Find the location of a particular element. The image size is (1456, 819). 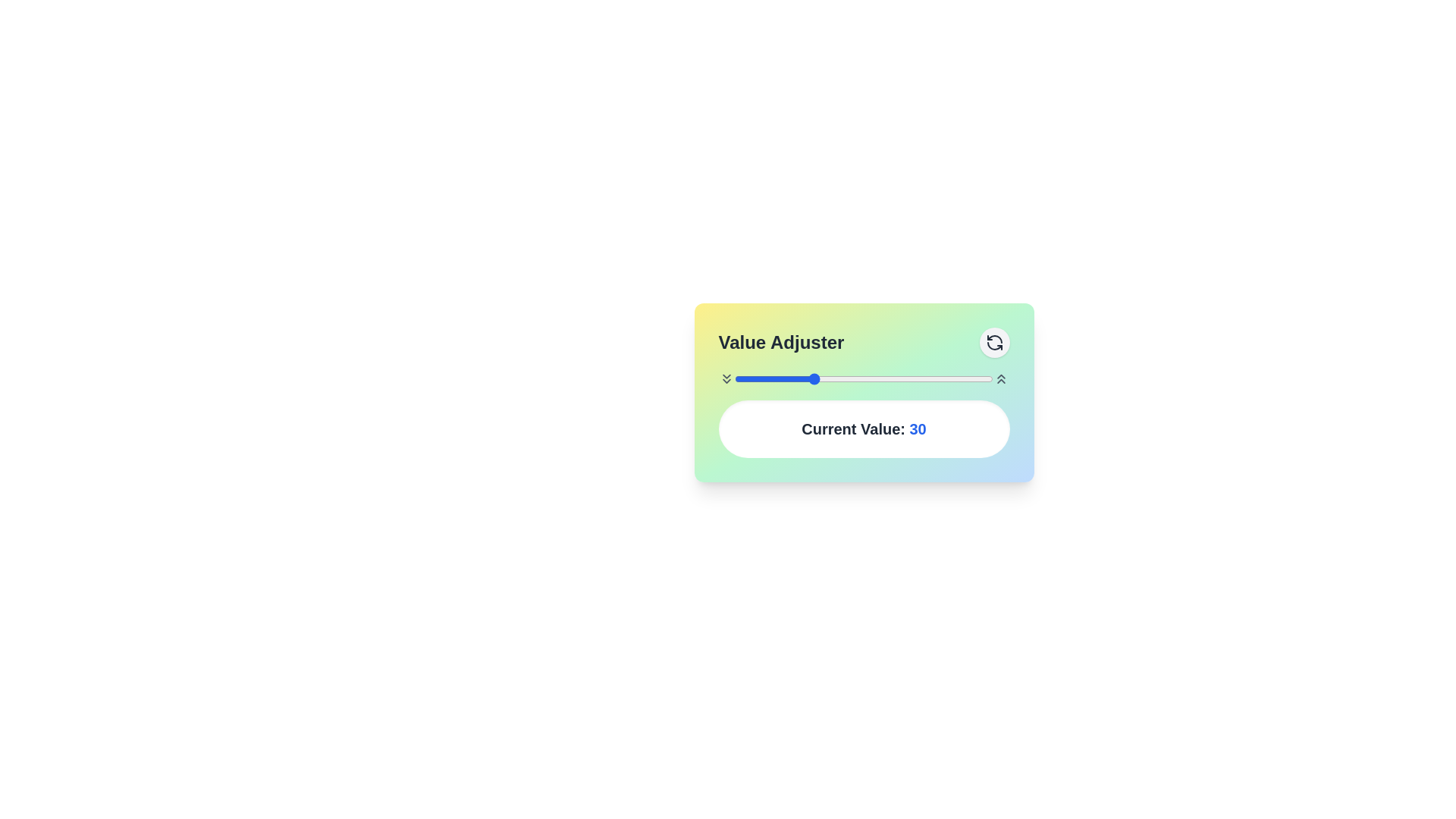

the slider to set the value to 40 is located at coordinates (837, 378).